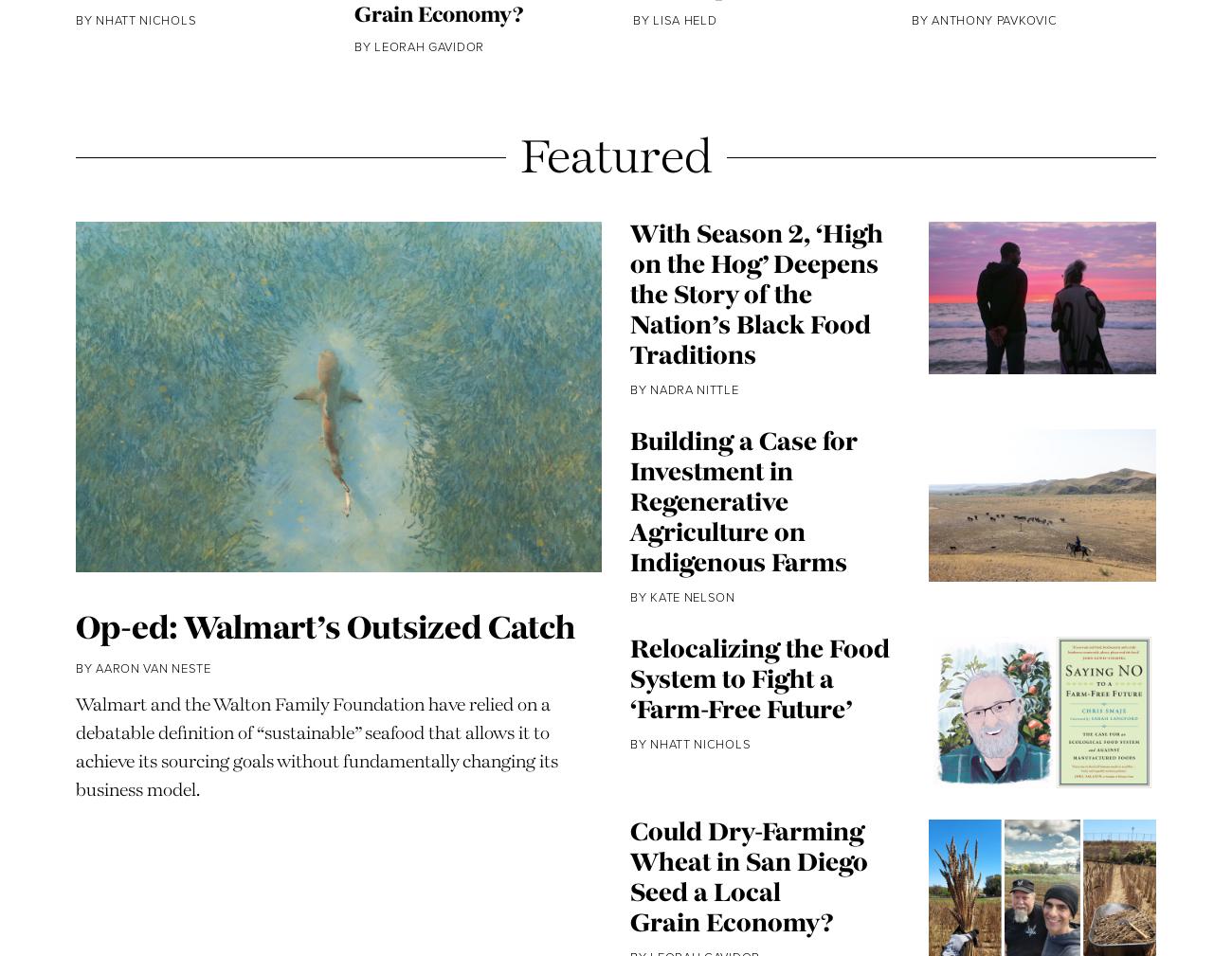  What do you see at coordinates (316, 805) in the screenshot?
I see `'Walmart and the Walton Family Foundation have relied on a debatable definition of “sustainable” seafood that allows it to achieve its sourcing goals without fundamentally changing its business model.'` at bounding box center [316, 805].